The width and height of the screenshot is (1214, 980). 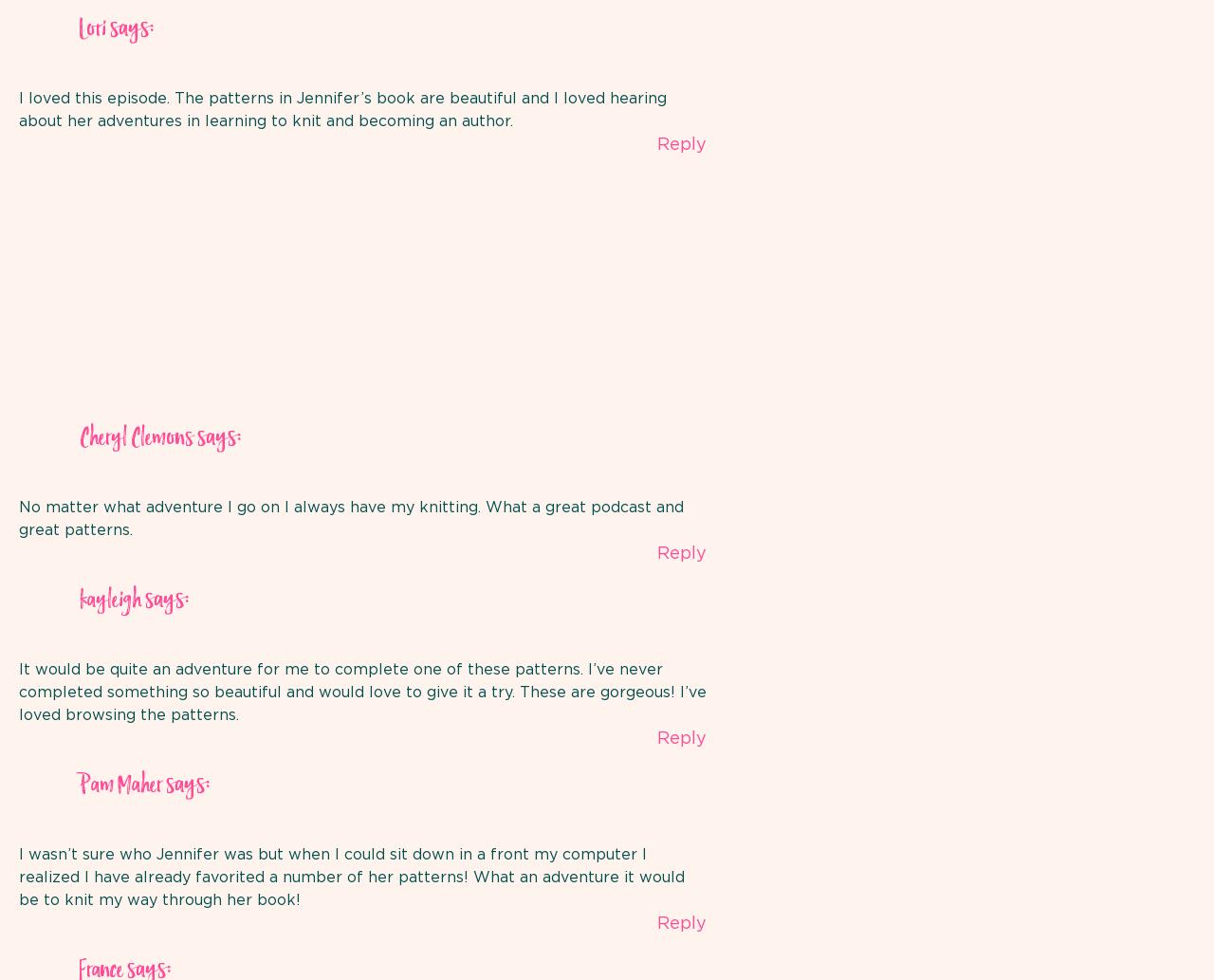 What do you see at coordinates (351, 877) in the screenshot?
I see `'I wasn’t sure who Jennifer was but when I could sit down in a front my computer I realized I have already favorited a number of her patterns!  What an adventure it would be to knit my way through her book!'` at bounding box center [351, 877].